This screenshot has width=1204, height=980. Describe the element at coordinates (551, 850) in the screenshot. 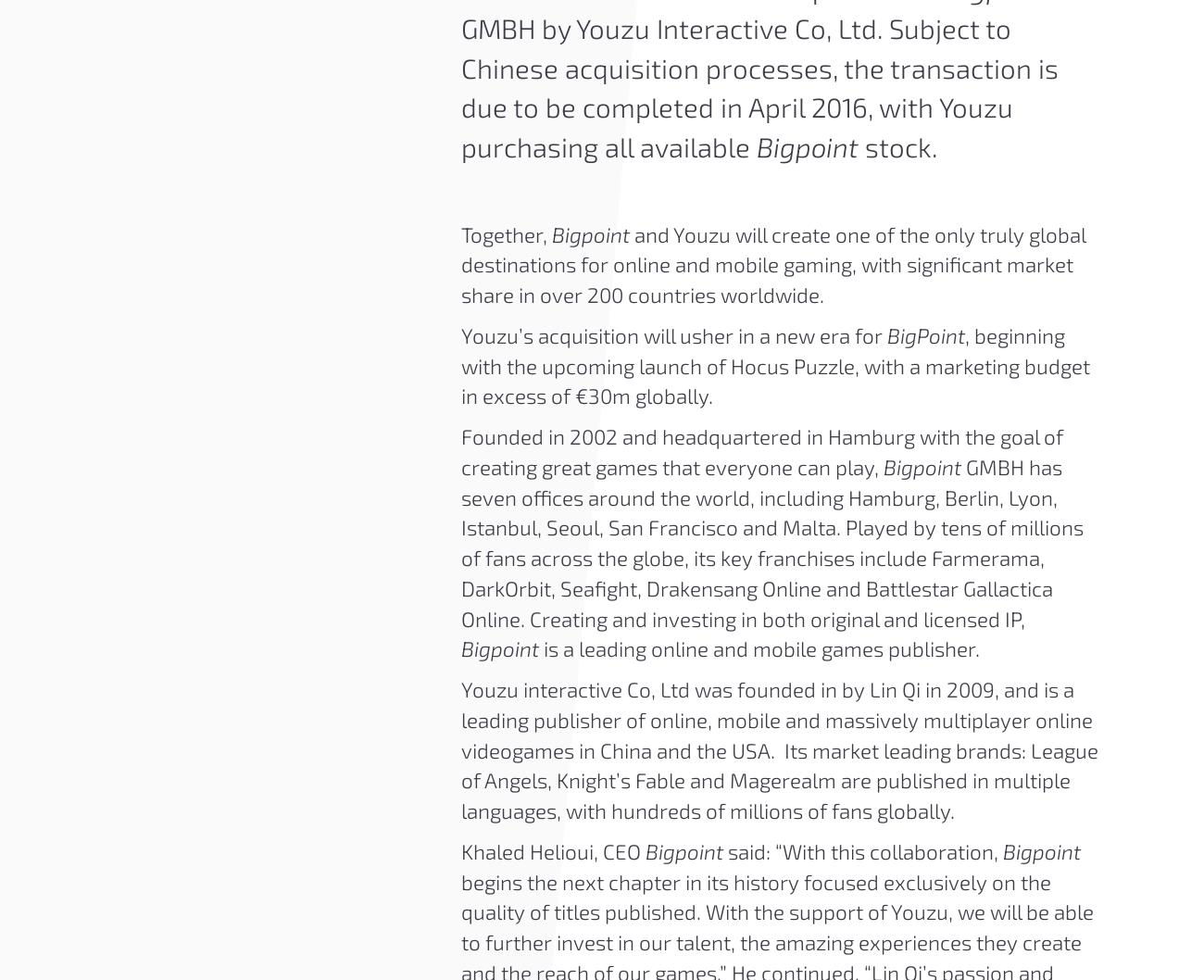

I see `'Khaled Helioui, CEO'` at that location.